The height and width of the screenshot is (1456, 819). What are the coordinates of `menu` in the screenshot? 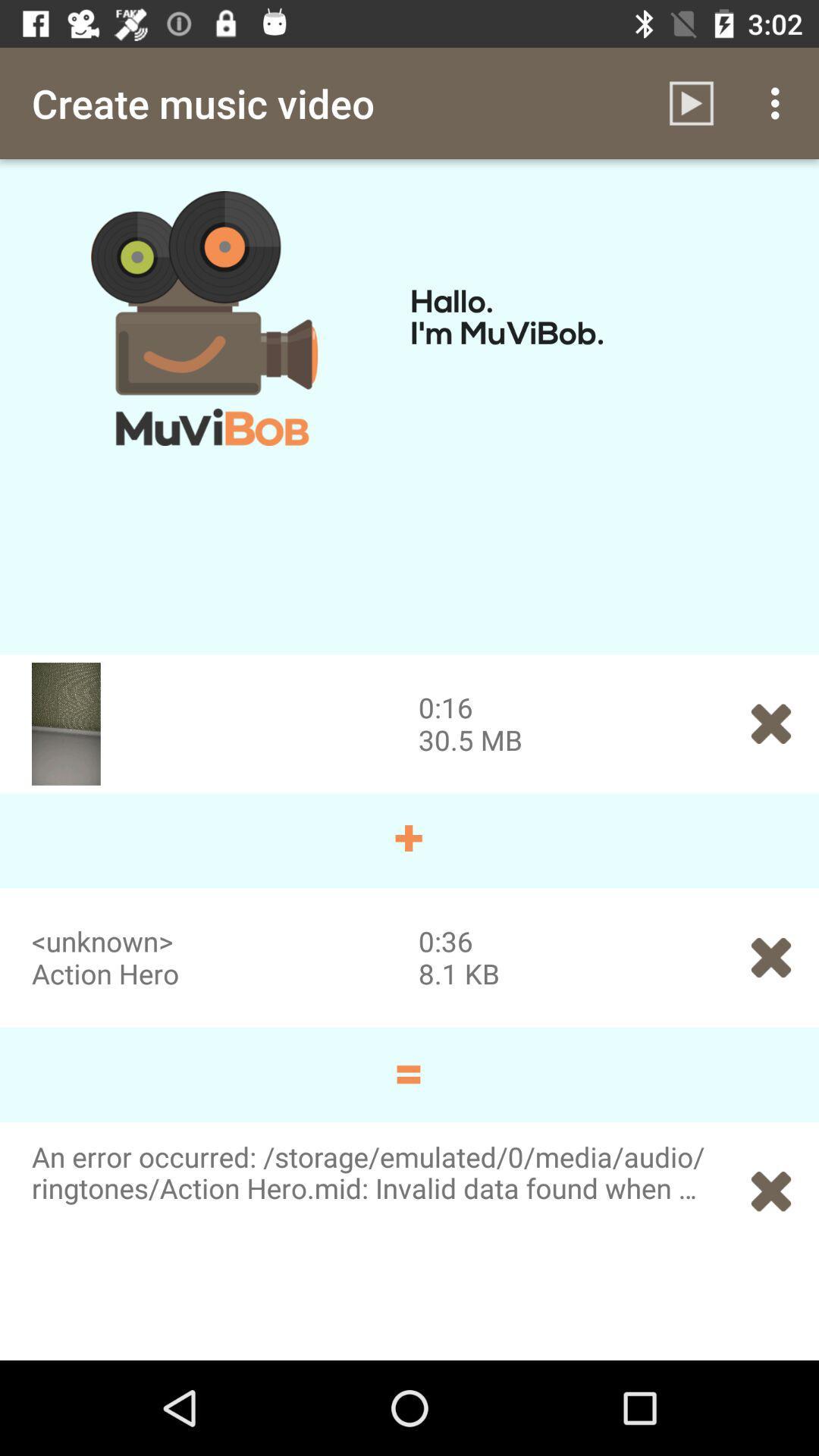 It's located at (779, 103).